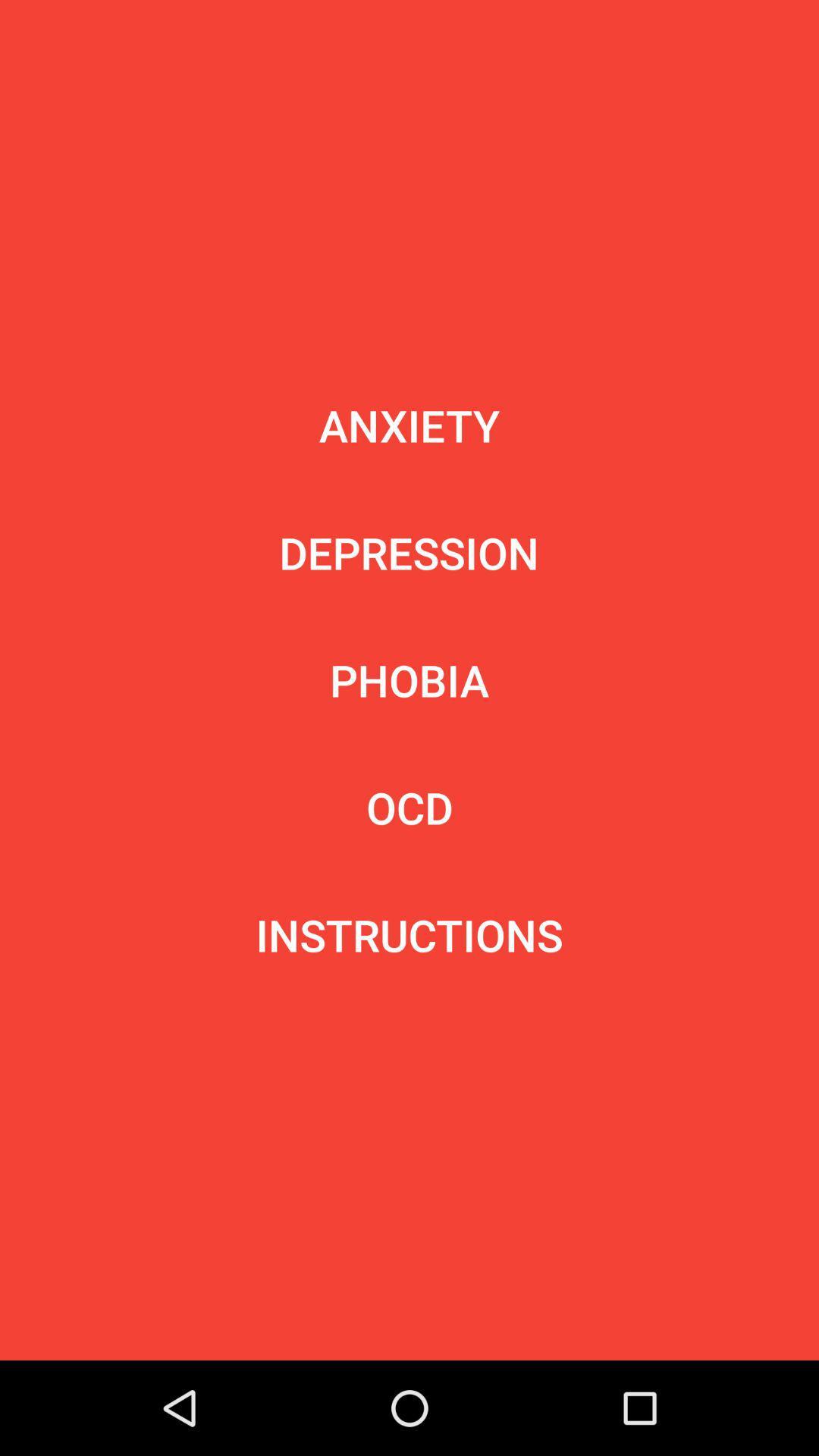  I want to click on icon below the phobia, so click(409, 807).